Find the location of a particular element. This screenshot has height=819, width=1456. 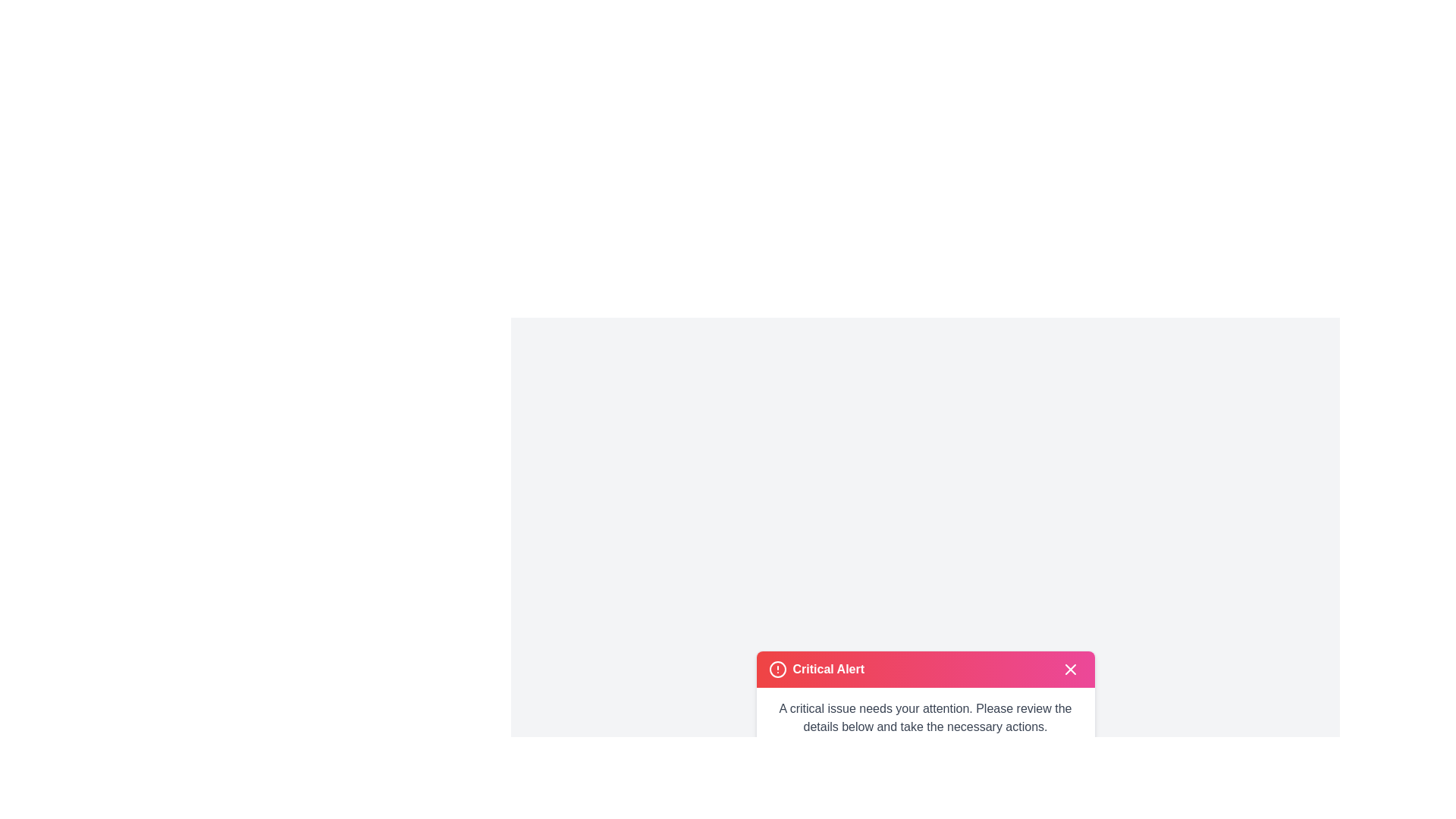

the close button icon located in the top-right corner of the pink alert box with the text 'Critical Alert' on its left is located at coordinates (1069, 668).